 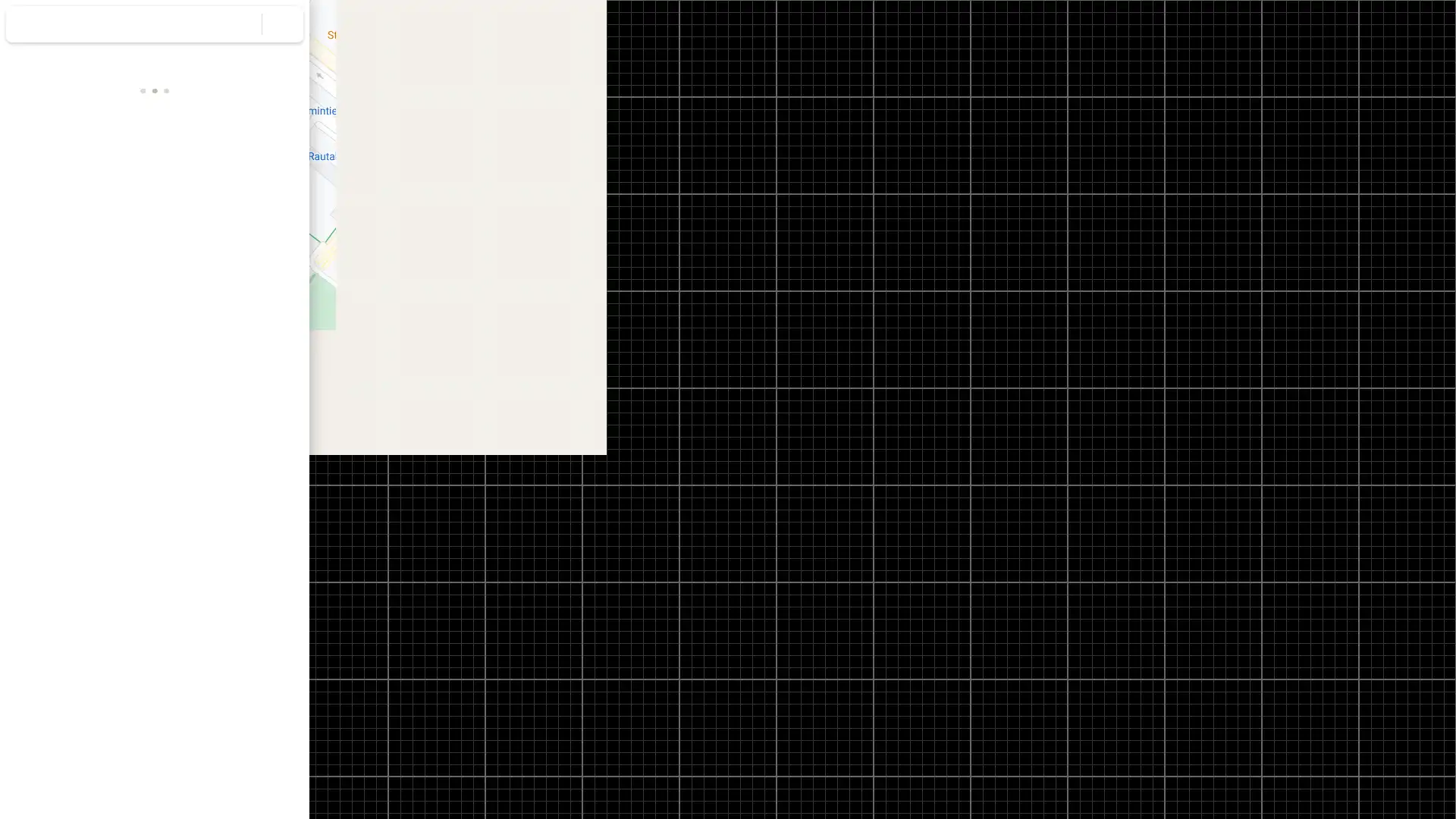 What do you see at coordinates (290, 362) in the screenshot?
I see `Learn more about plus codes` at bounding box center [290, 362].